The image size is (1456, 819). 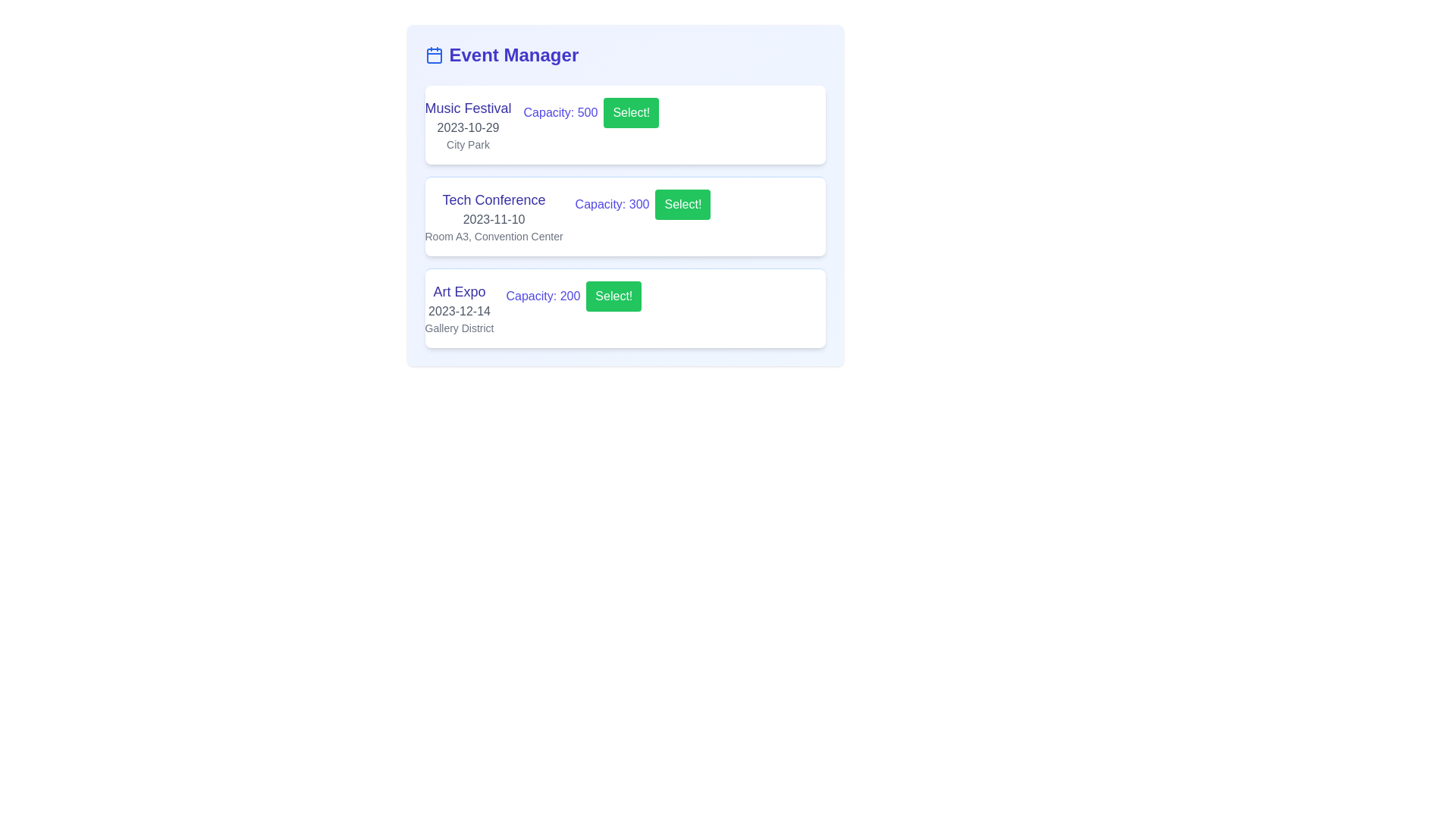 I want to click on the second 'Select!' button located to the right of the 'Capacity: 300' label under the 'Tech Conference' event to trigger a possible styling change, so click(x=682, y=205).